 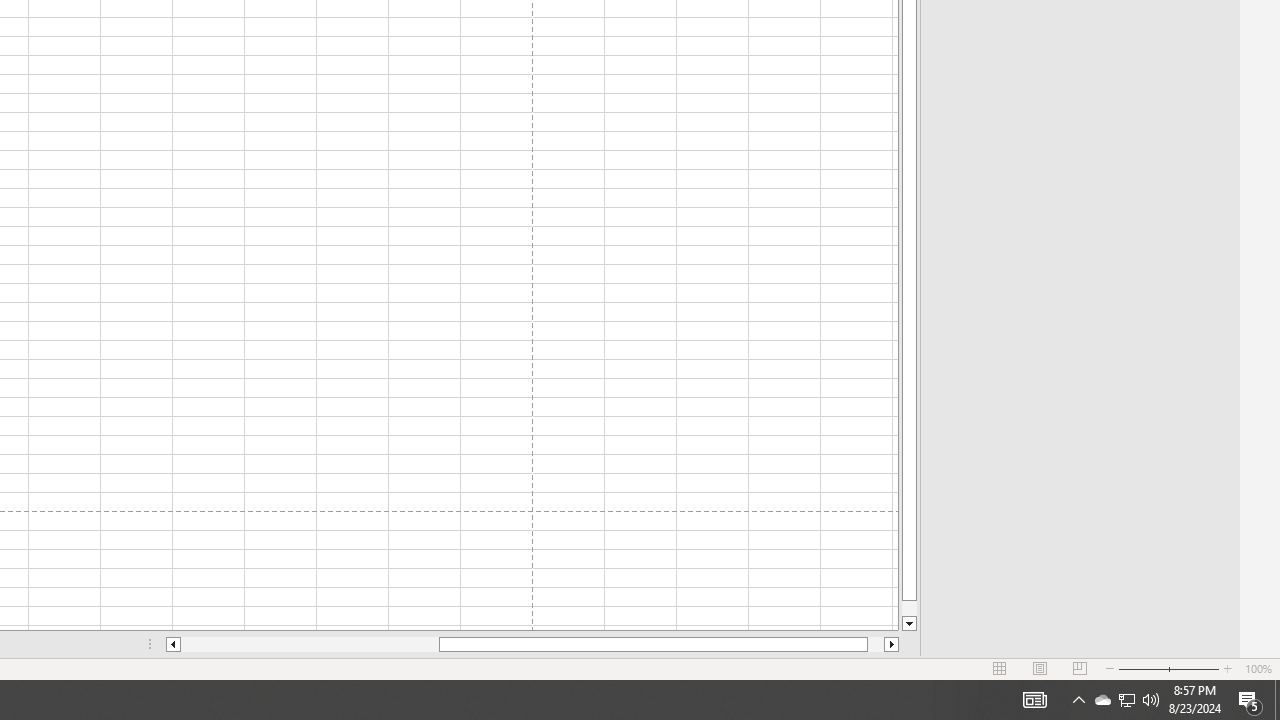 What do you see at coordinates (1000, 669) in the screenshot?
I see `'Normal'` at bounding box center [1000, 669].